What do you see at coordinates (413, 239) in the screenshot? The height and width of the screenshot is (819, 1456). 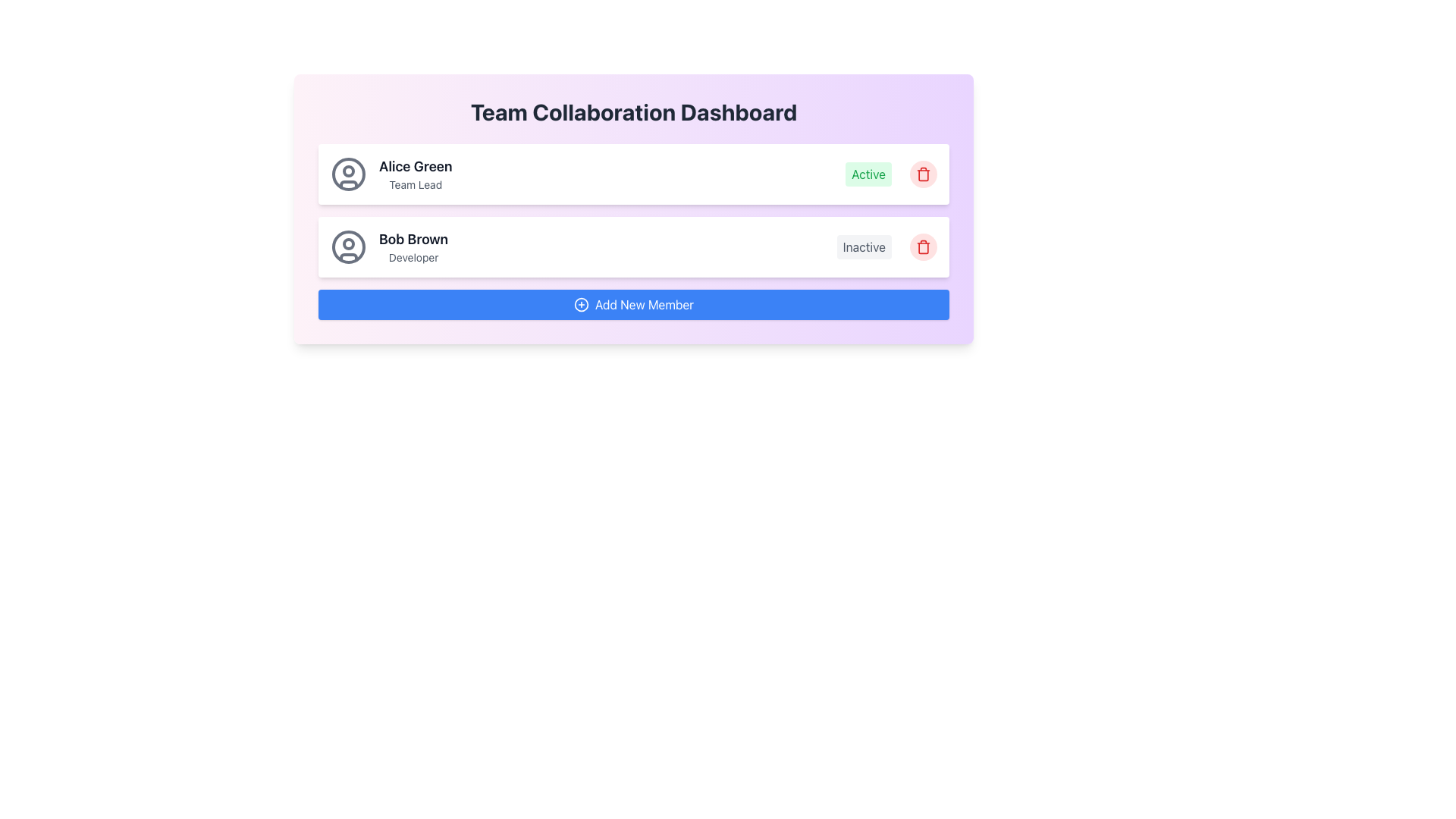 I see `the Text label displaying the name 'Bob Brown', which identifies a team member within the team management interface` at bounding box center [413, 239].